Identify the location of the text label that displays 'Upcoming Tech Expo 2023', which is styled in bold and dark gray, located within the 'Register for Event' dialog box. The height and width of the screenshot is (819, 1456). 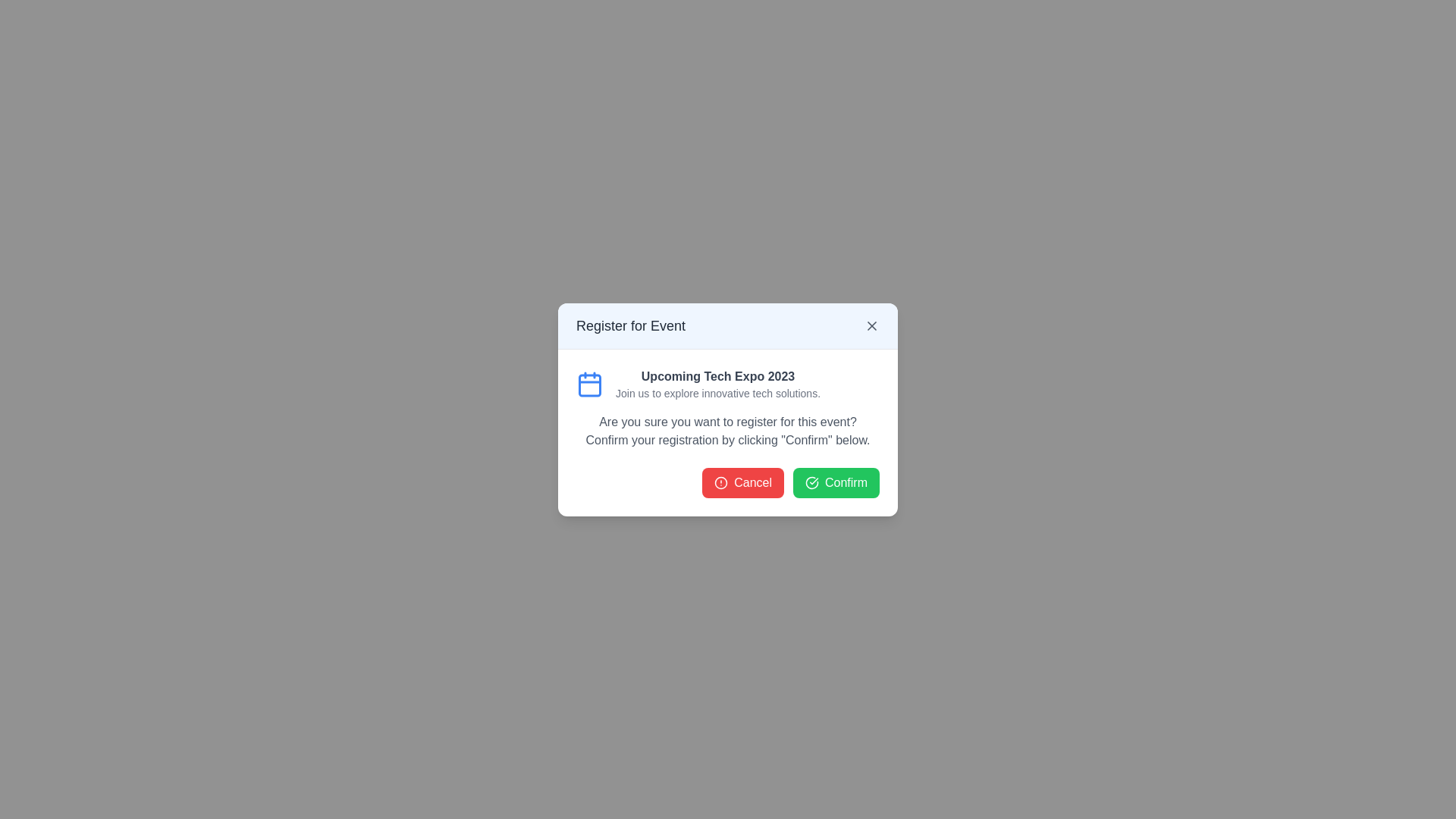
(717, 375).